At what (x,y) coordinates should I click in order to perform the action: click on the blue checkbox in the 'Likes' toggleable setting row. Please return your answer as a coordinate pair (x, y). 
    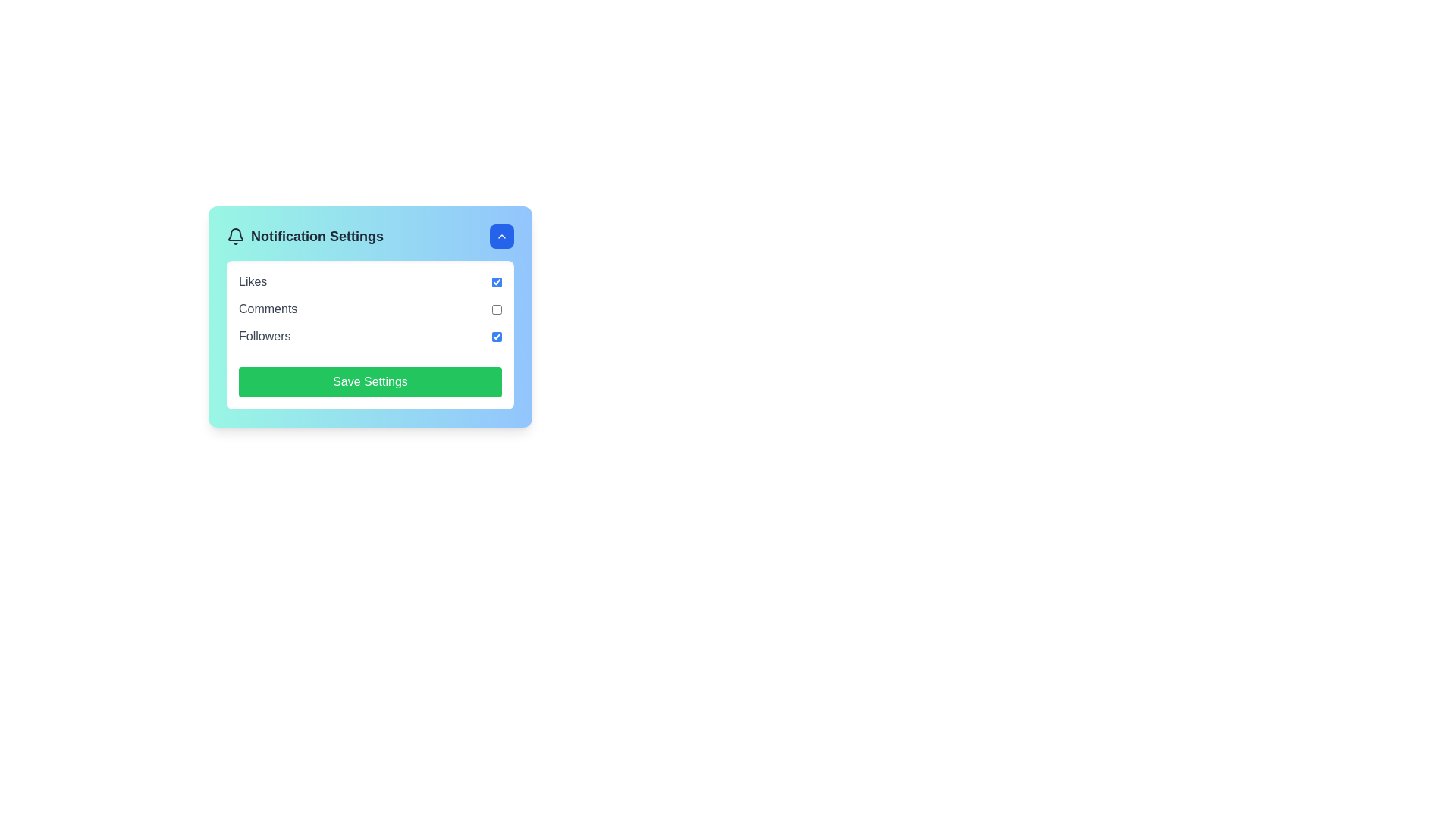
    Looking at the image, I should click on (370, 281).